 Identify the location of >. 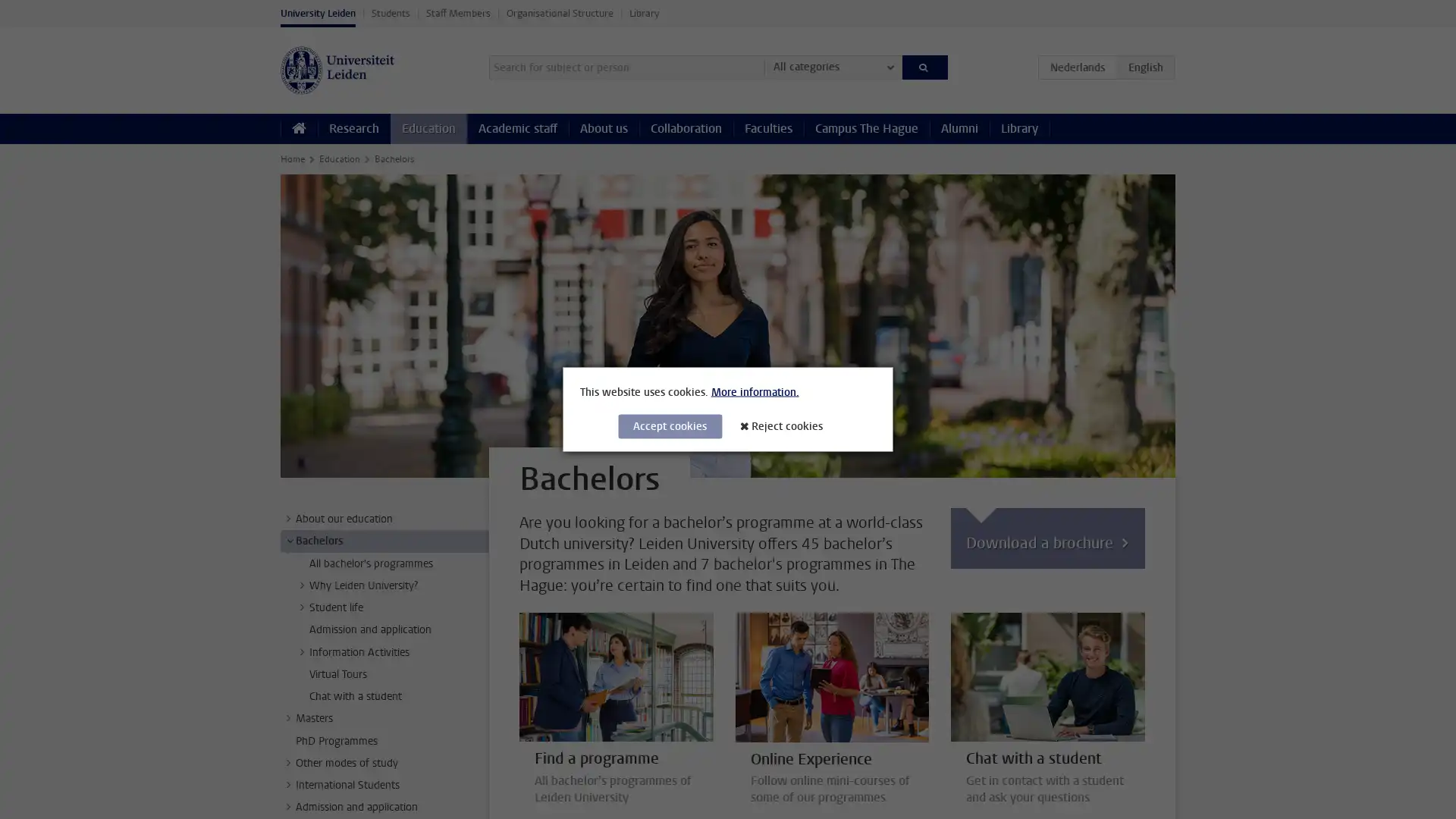
(290, 539).